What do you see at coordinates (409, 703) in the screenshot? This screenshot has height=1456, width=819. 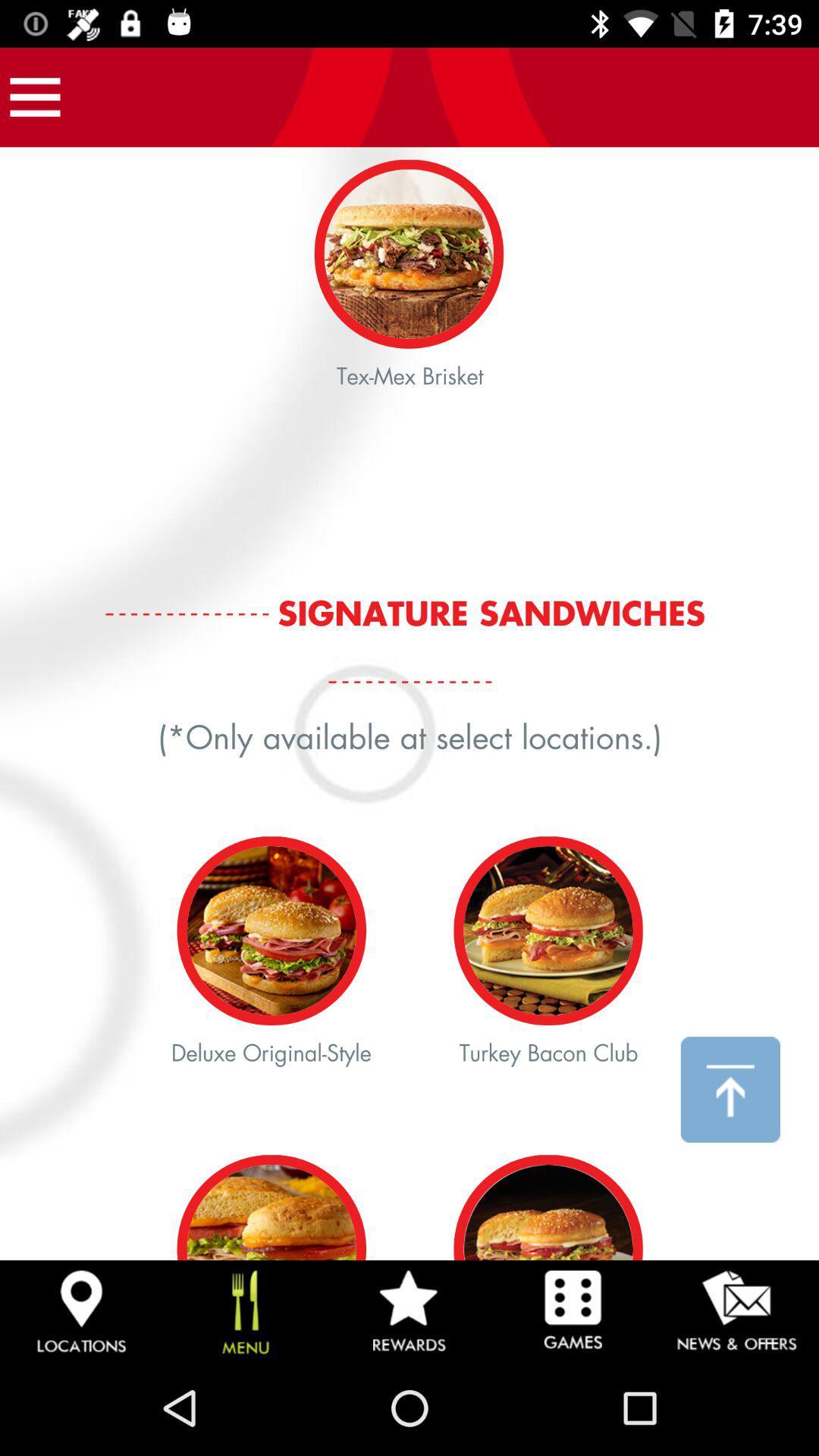 I see `principal screen` at bounding box center [409, 703].